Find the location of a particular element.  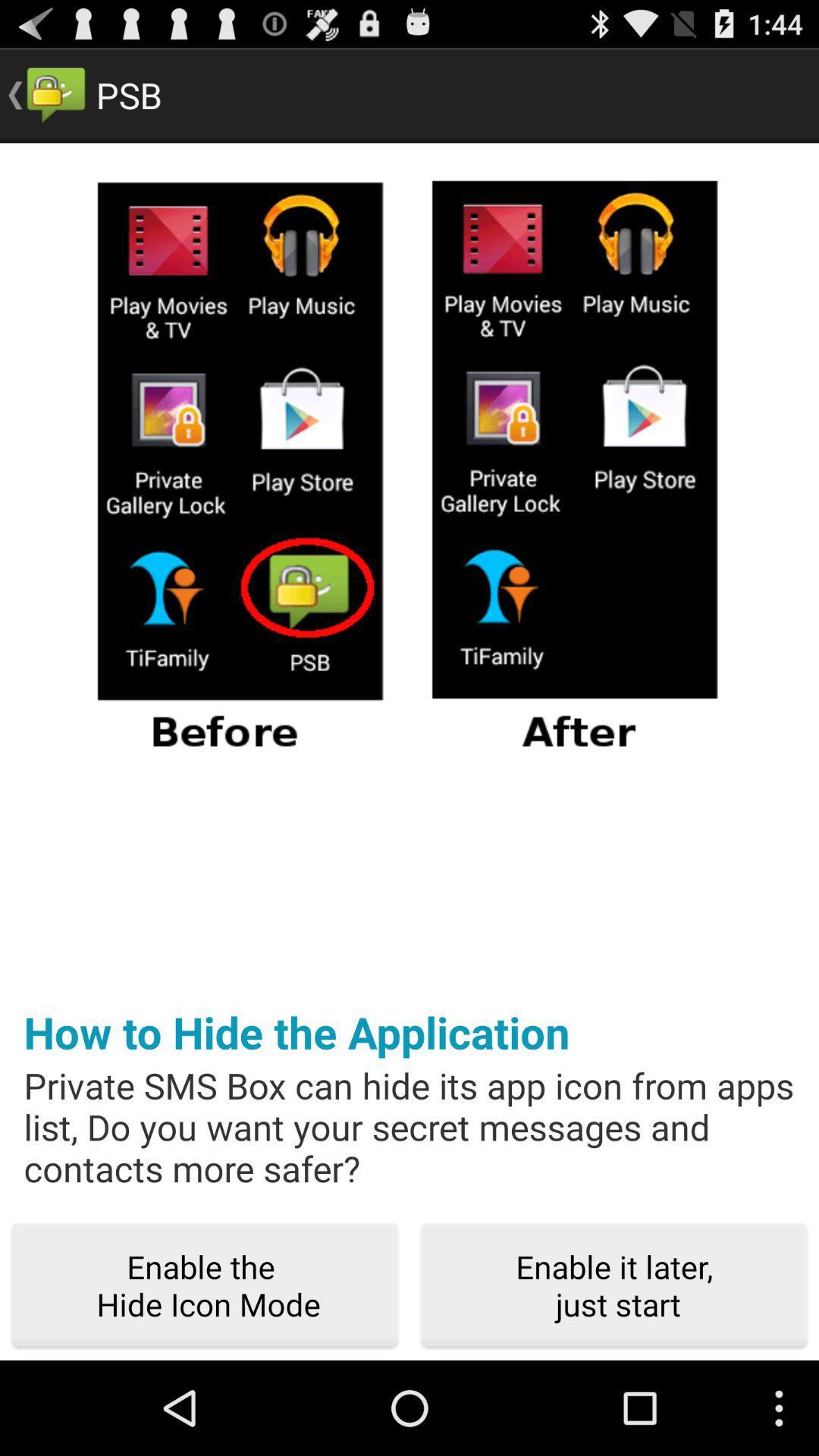

the icon to the right of enable the hide icon is located at coordinates (614, 1285).